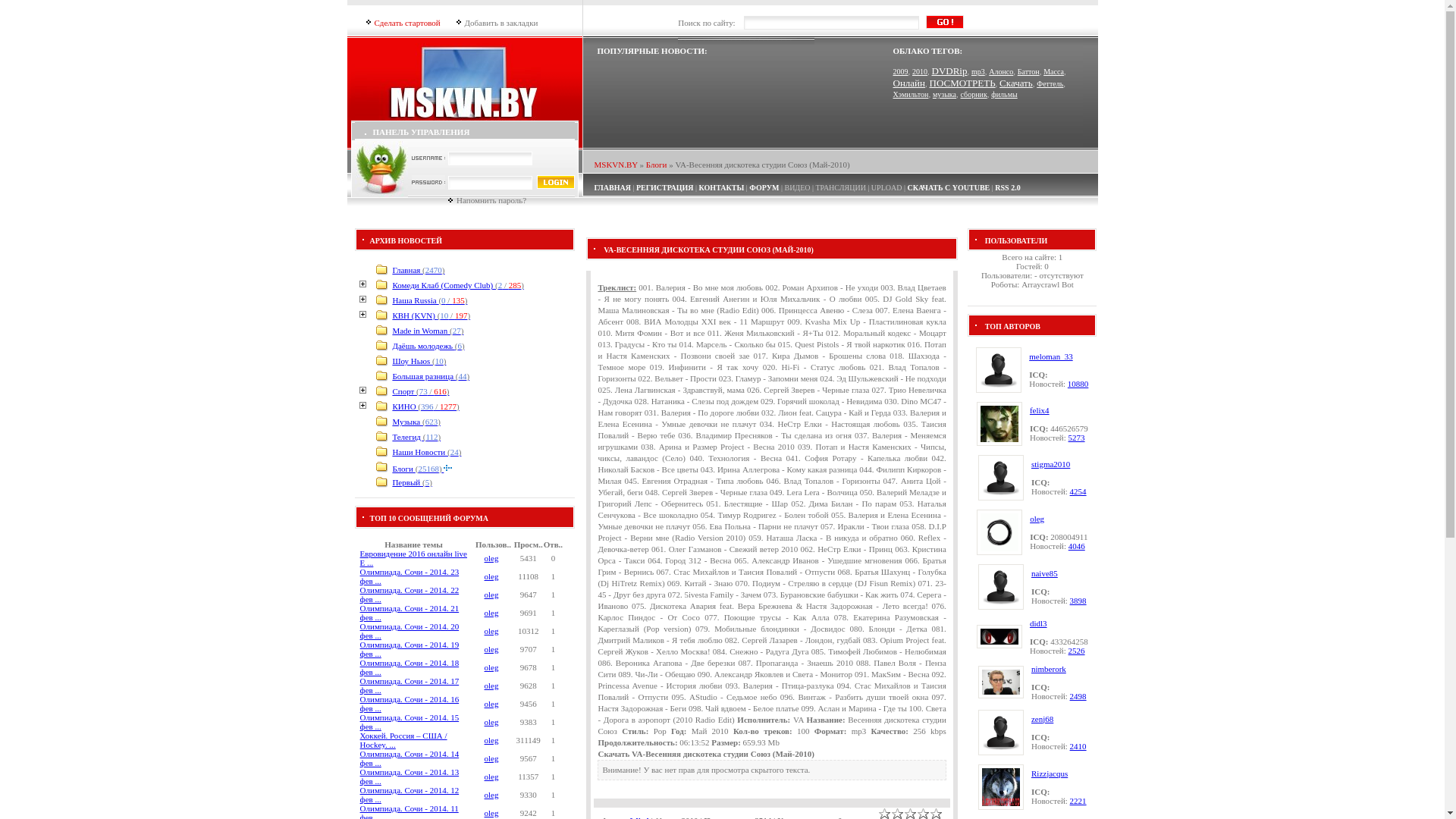  What do you see at coordinates (919, 71) in the screenshot?
I see `'2010'` at bounding box center [919, 71].